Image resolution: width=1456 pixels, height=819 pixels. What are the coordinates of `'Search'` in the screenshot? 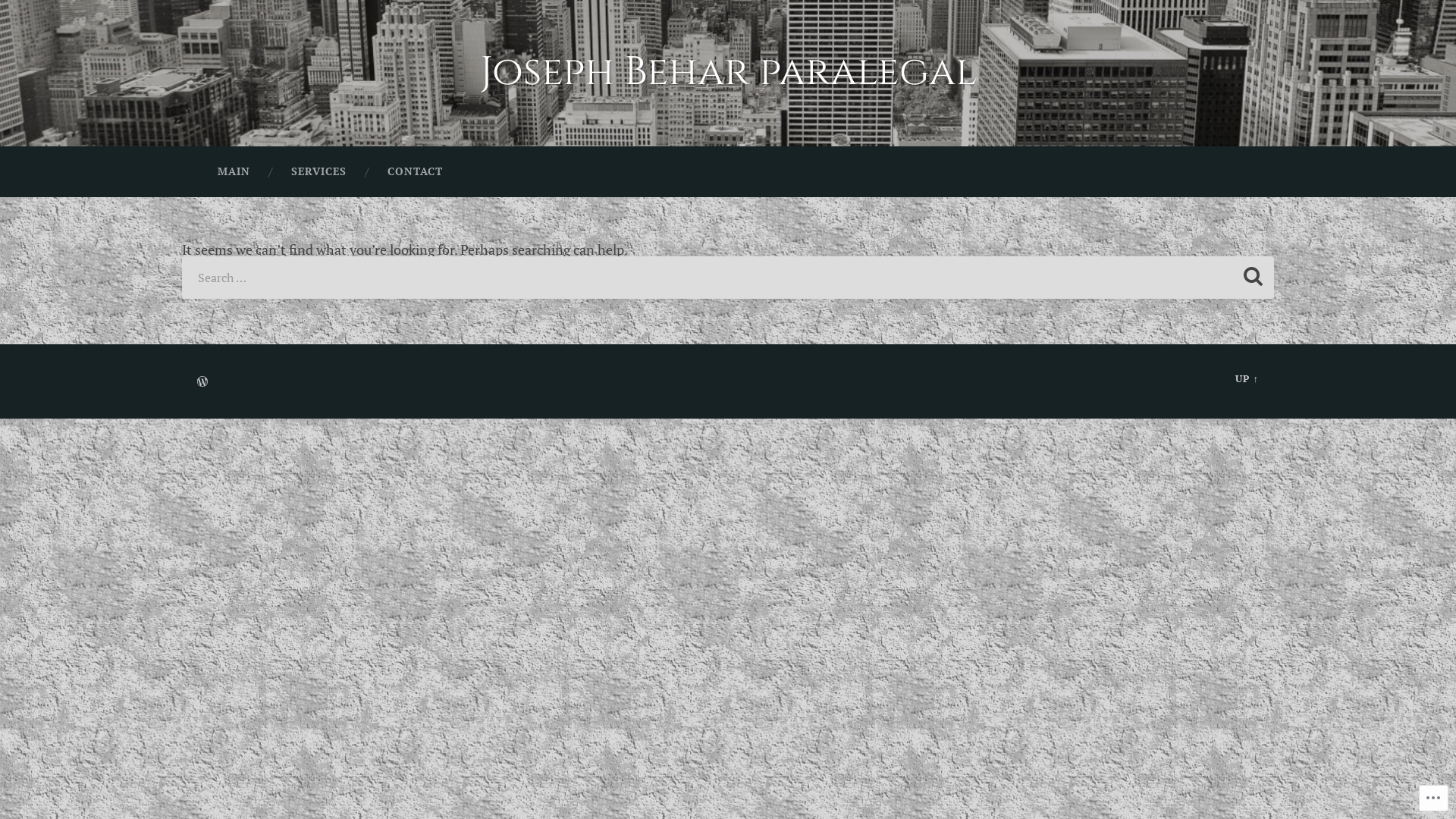 It's located at (1252, 278).